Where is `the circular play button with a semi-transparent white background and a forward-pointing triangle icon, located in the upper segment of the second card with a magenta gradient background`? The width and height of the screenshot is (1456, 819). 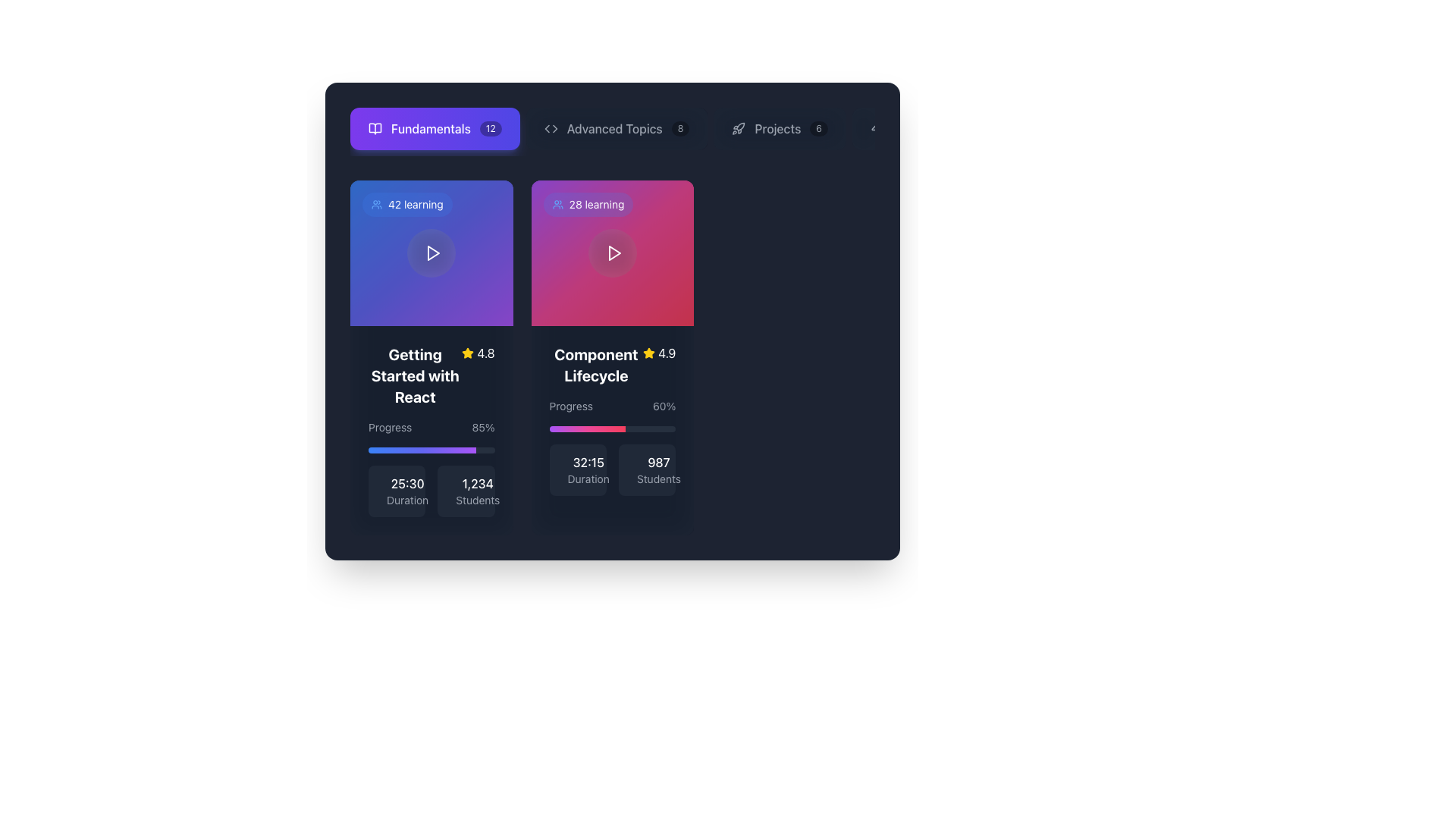 the circular play button with a semi-transparent white background and a forward-pointing triangle icon, located in the upper segment of the second card with a magenta gradient background is located at coordinates (612, 253).